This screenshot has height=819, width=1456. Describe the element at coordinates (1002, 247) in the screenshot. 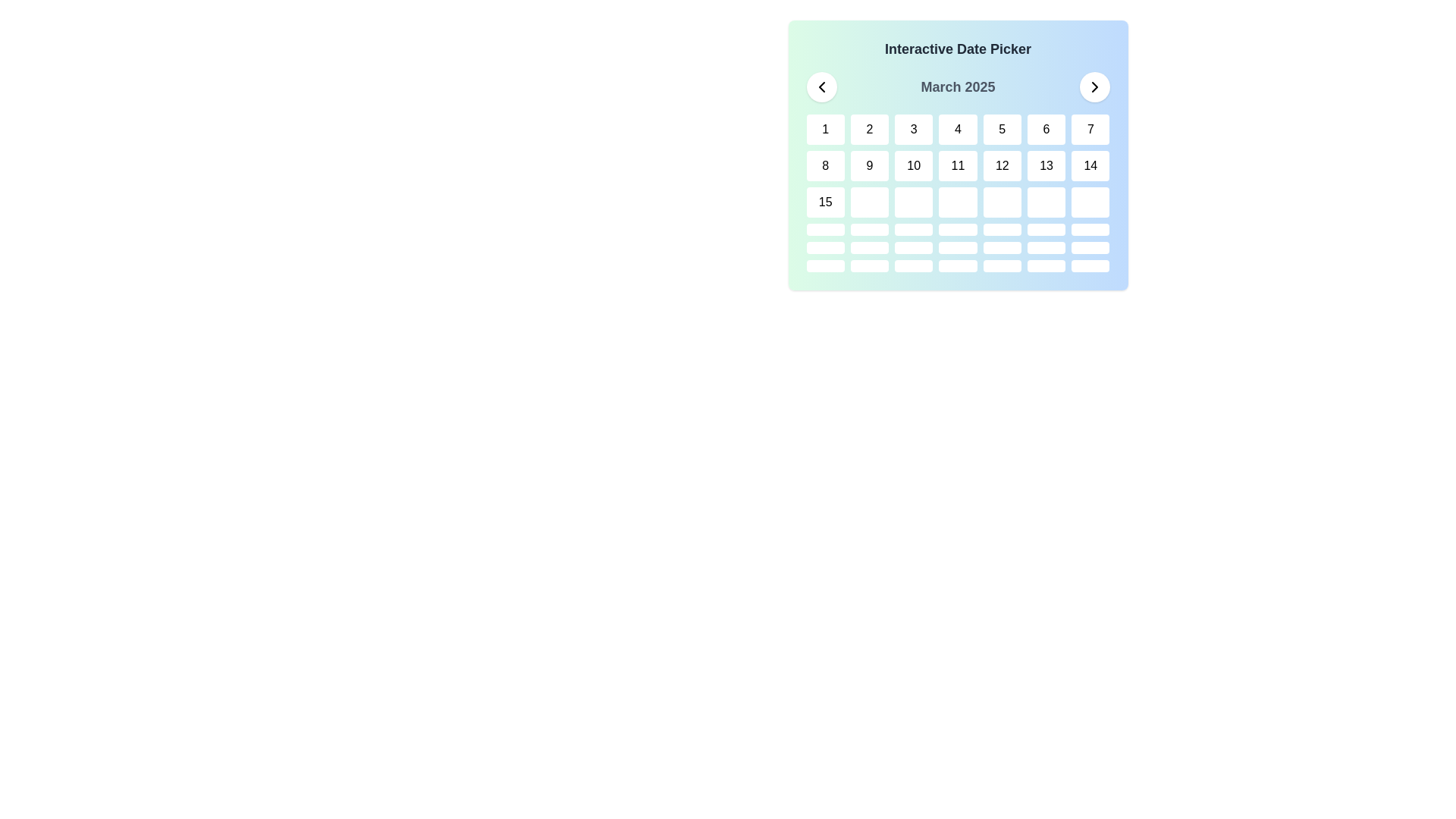

I see `the interactive button located in the last row and fifth column of the date picker interface` at that location.